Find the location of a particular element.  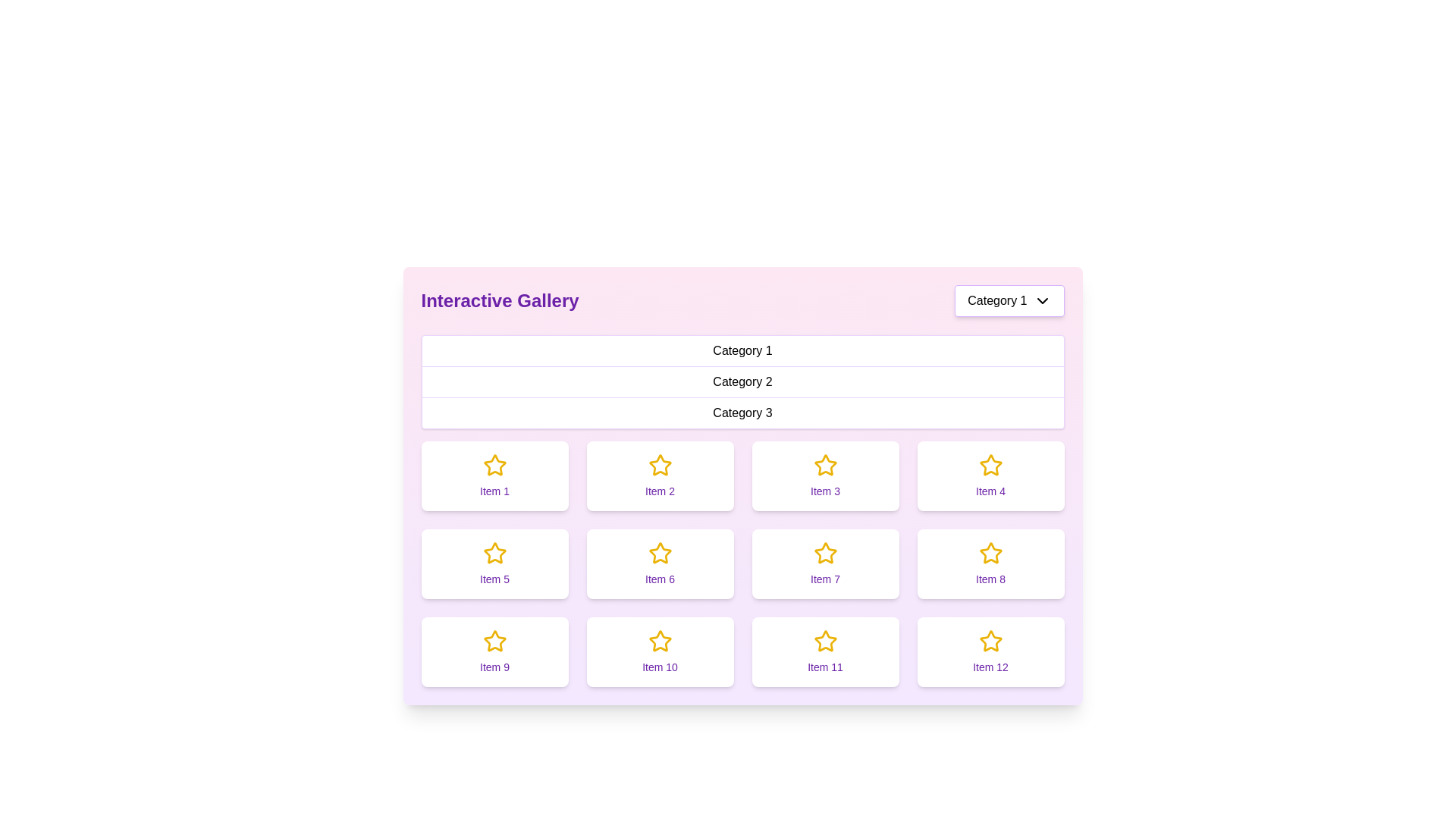

the star icon in the eighth position of the grid layout, which is used for rating or marking an item as a favorite is located at coordinates (990, 553).